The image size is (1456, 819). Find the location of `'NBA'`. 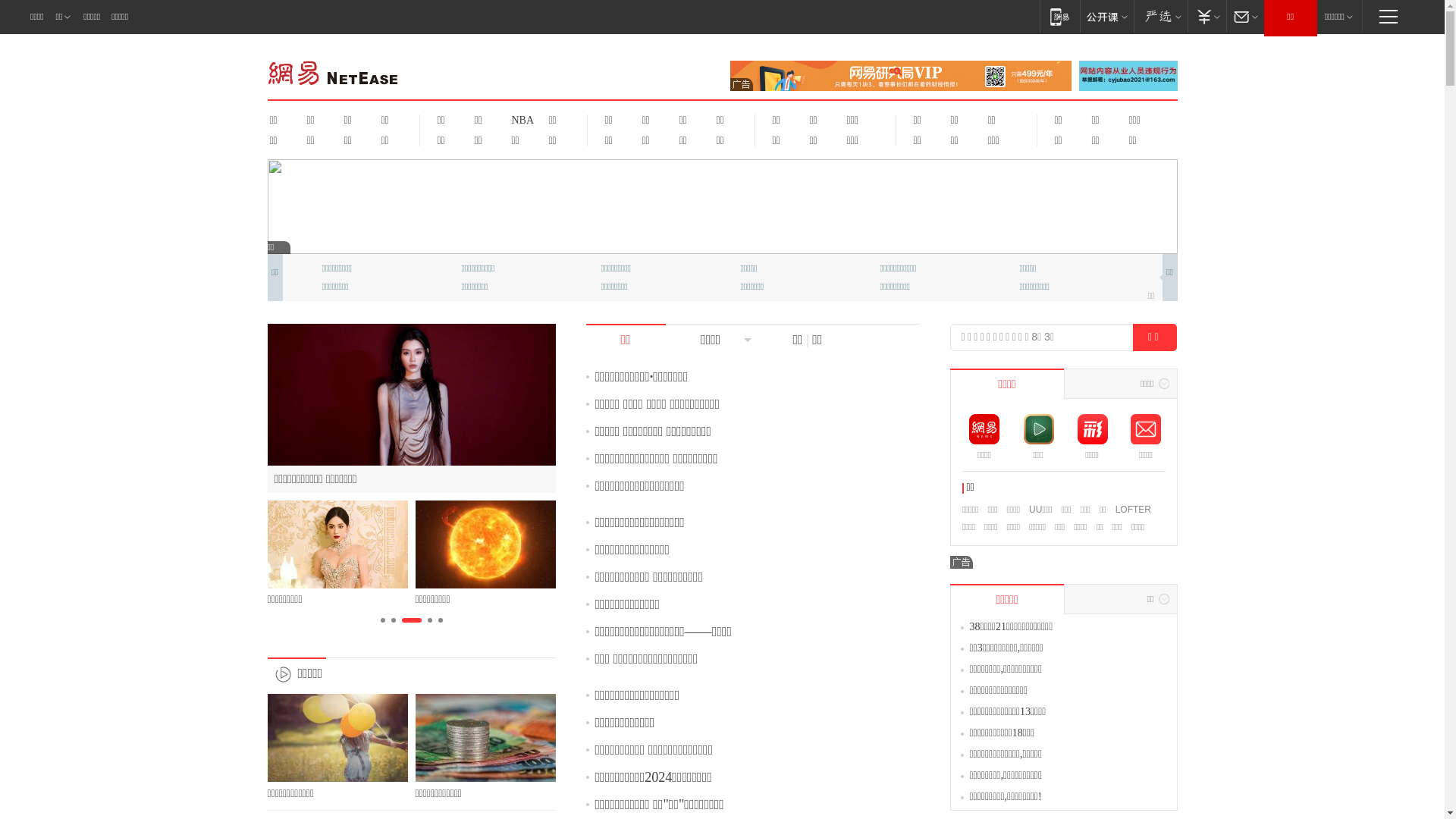

'NBA' is located at coordinates (502, 119).